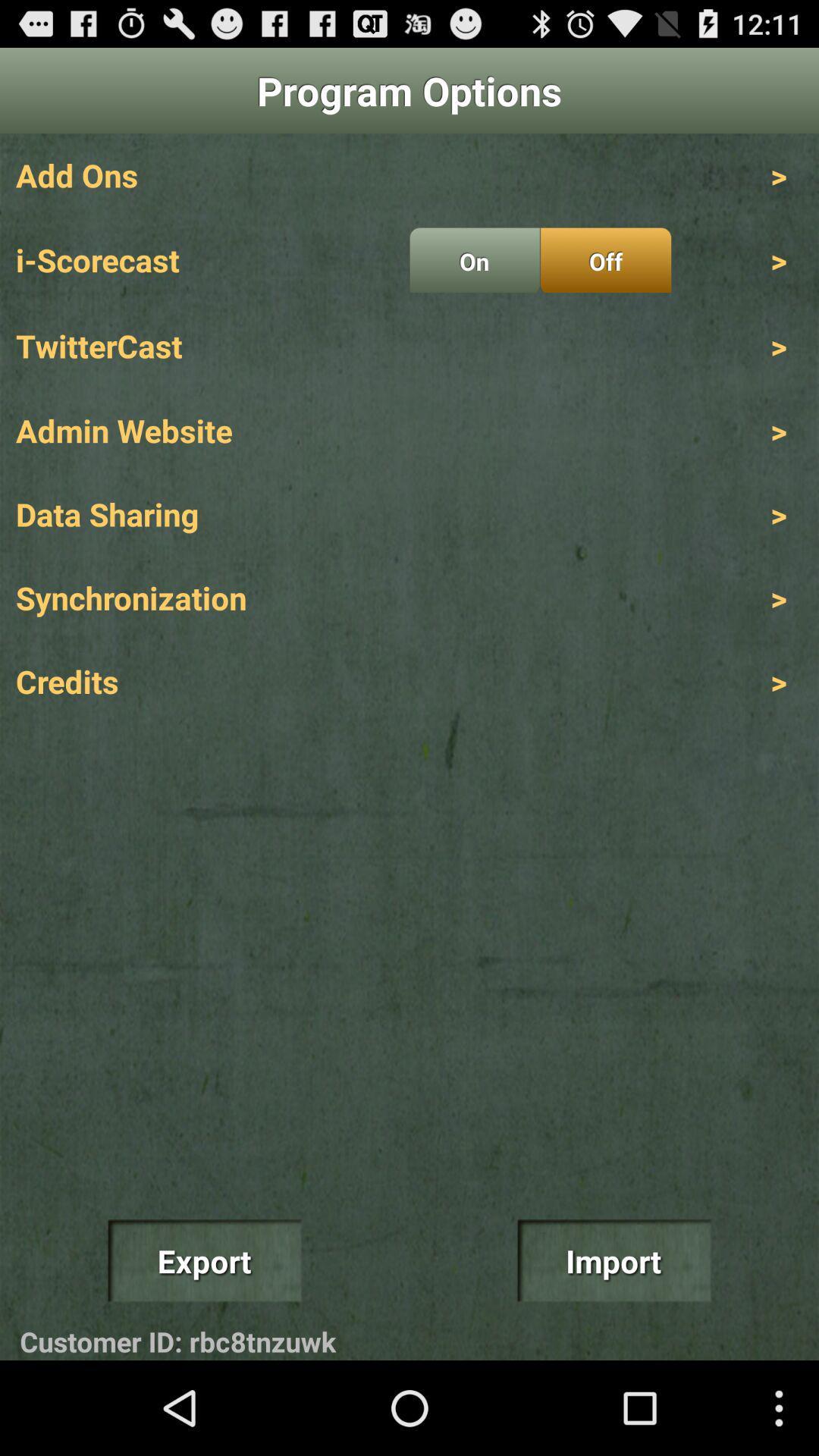 The image size is (819, 1456). Describe the element at coordinates (613, 1260) in the screenshot. I see `import icon` at that location.